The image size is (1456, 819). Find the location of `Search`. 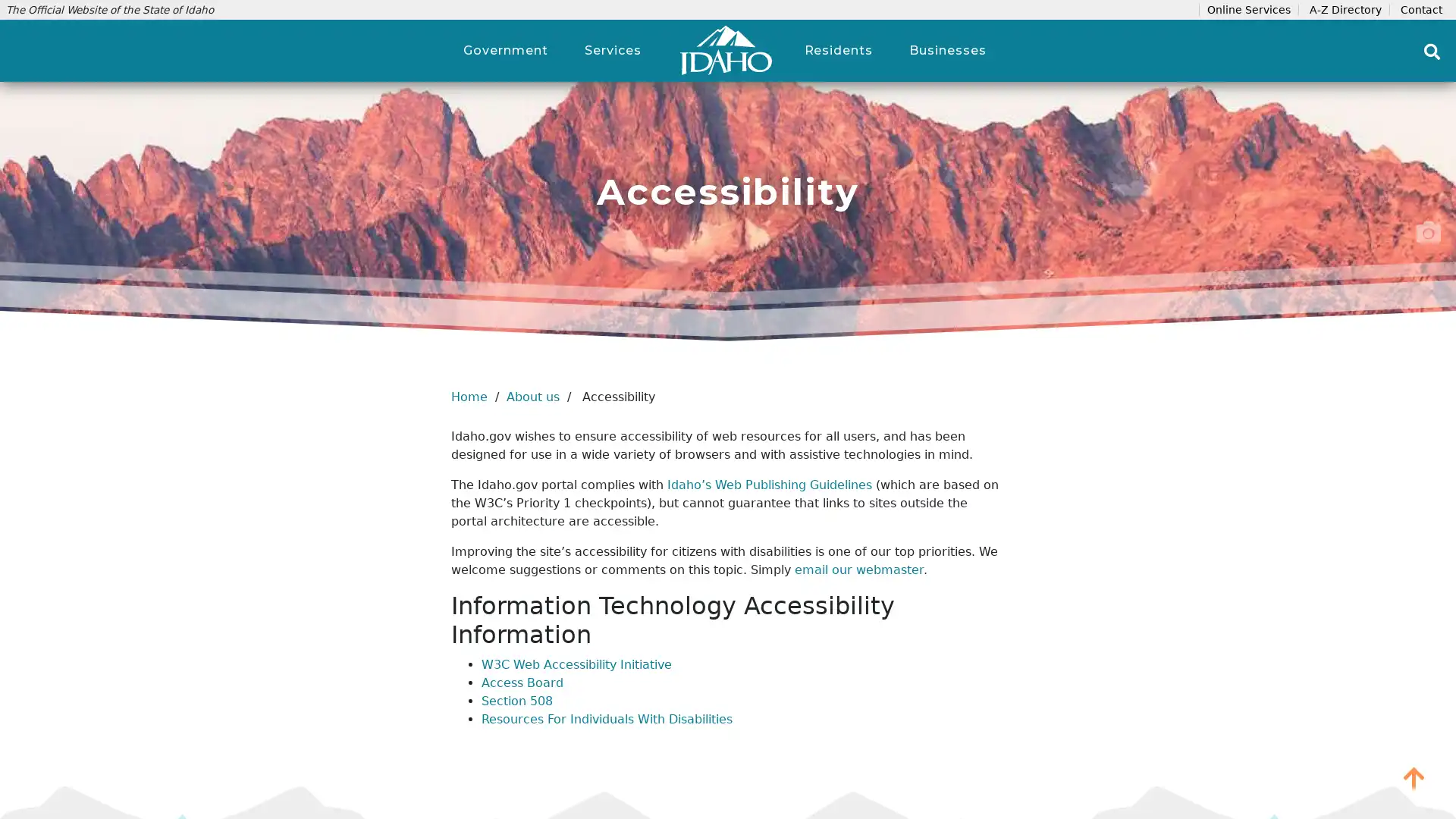

Search is located at coordinates (1432, 51).